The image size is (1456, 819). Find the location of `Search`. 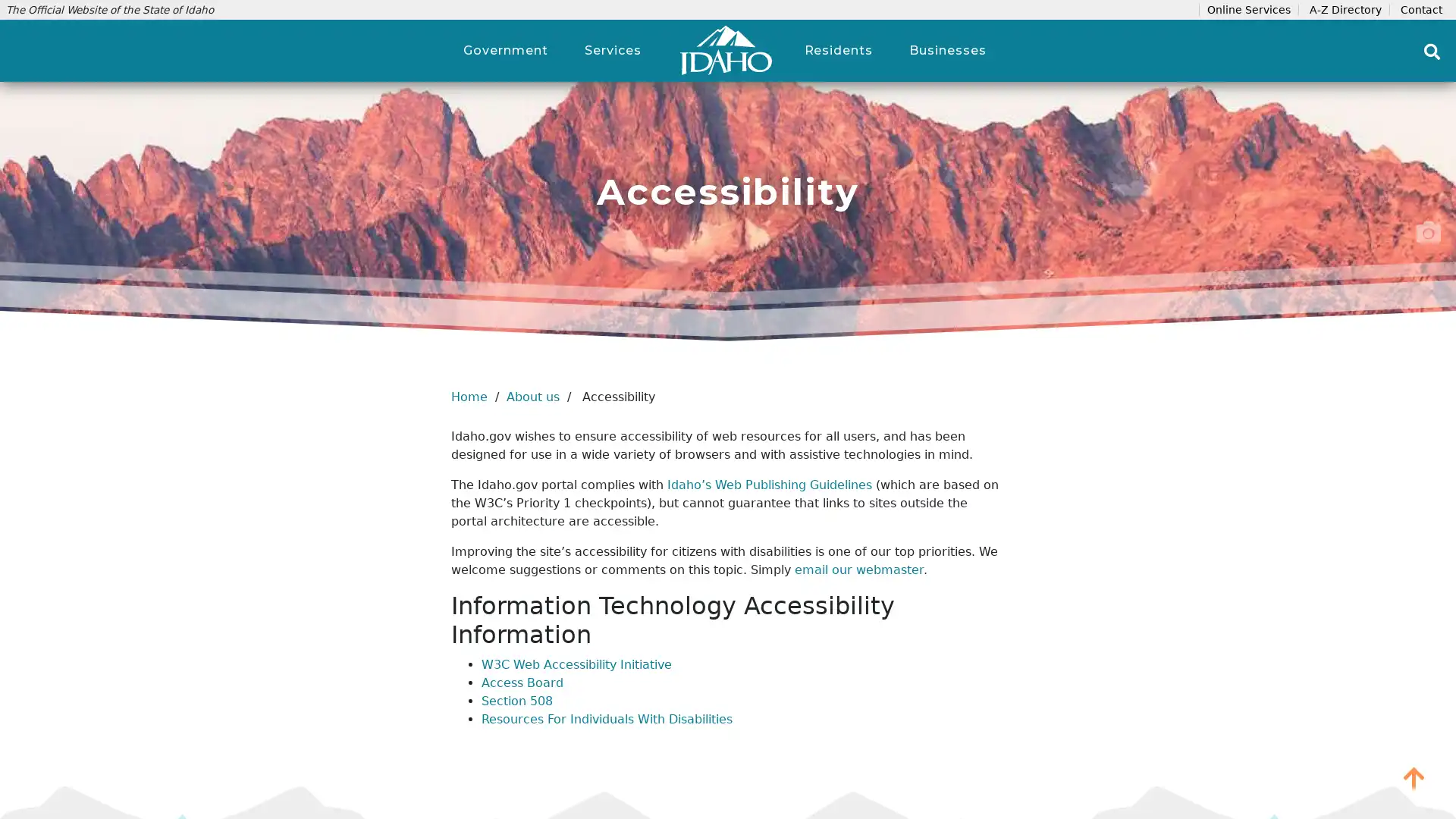

Search is located at coordinates (1432, 51).